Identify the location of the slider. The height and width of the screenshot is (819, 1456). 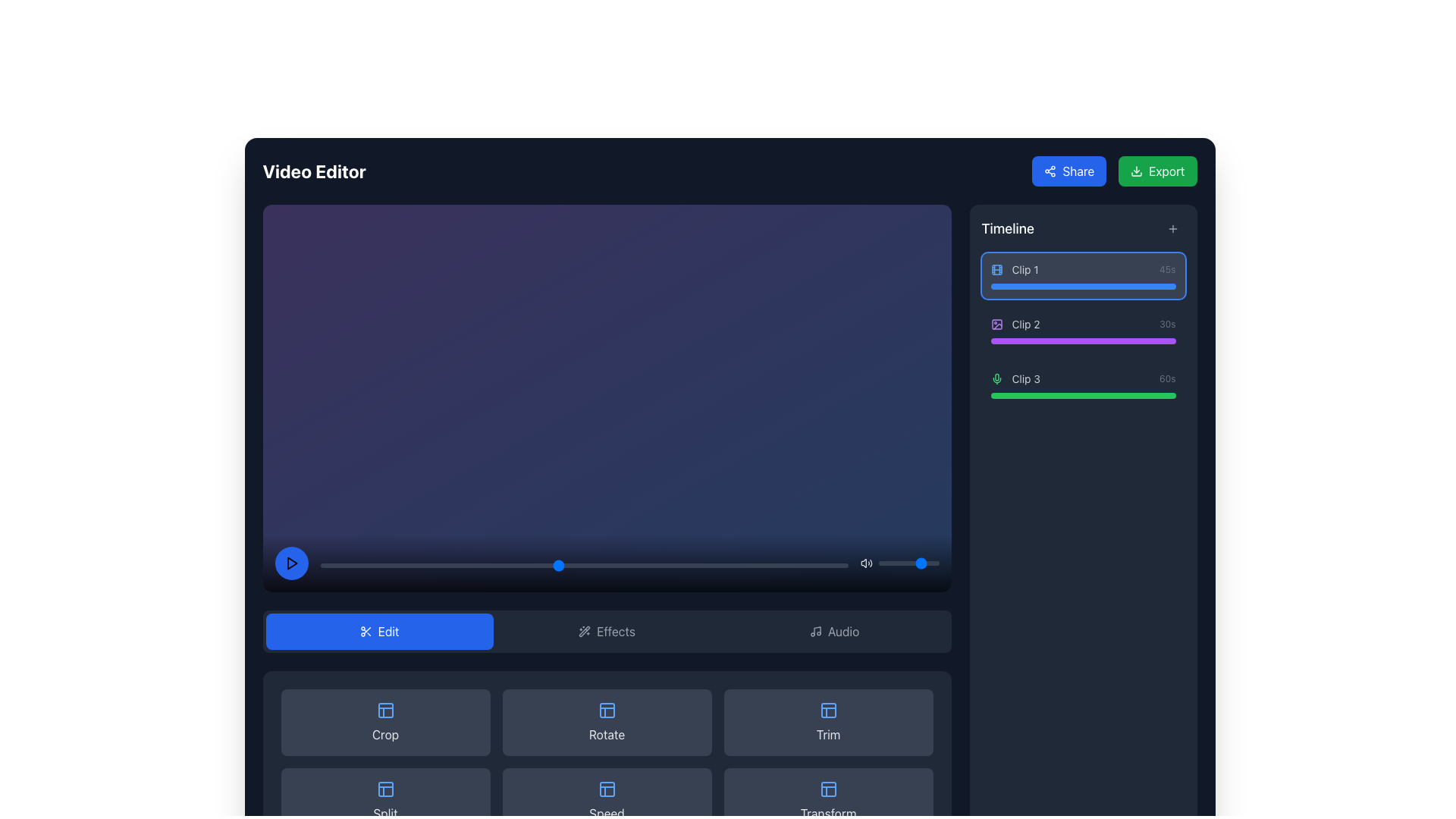
(910, 563).